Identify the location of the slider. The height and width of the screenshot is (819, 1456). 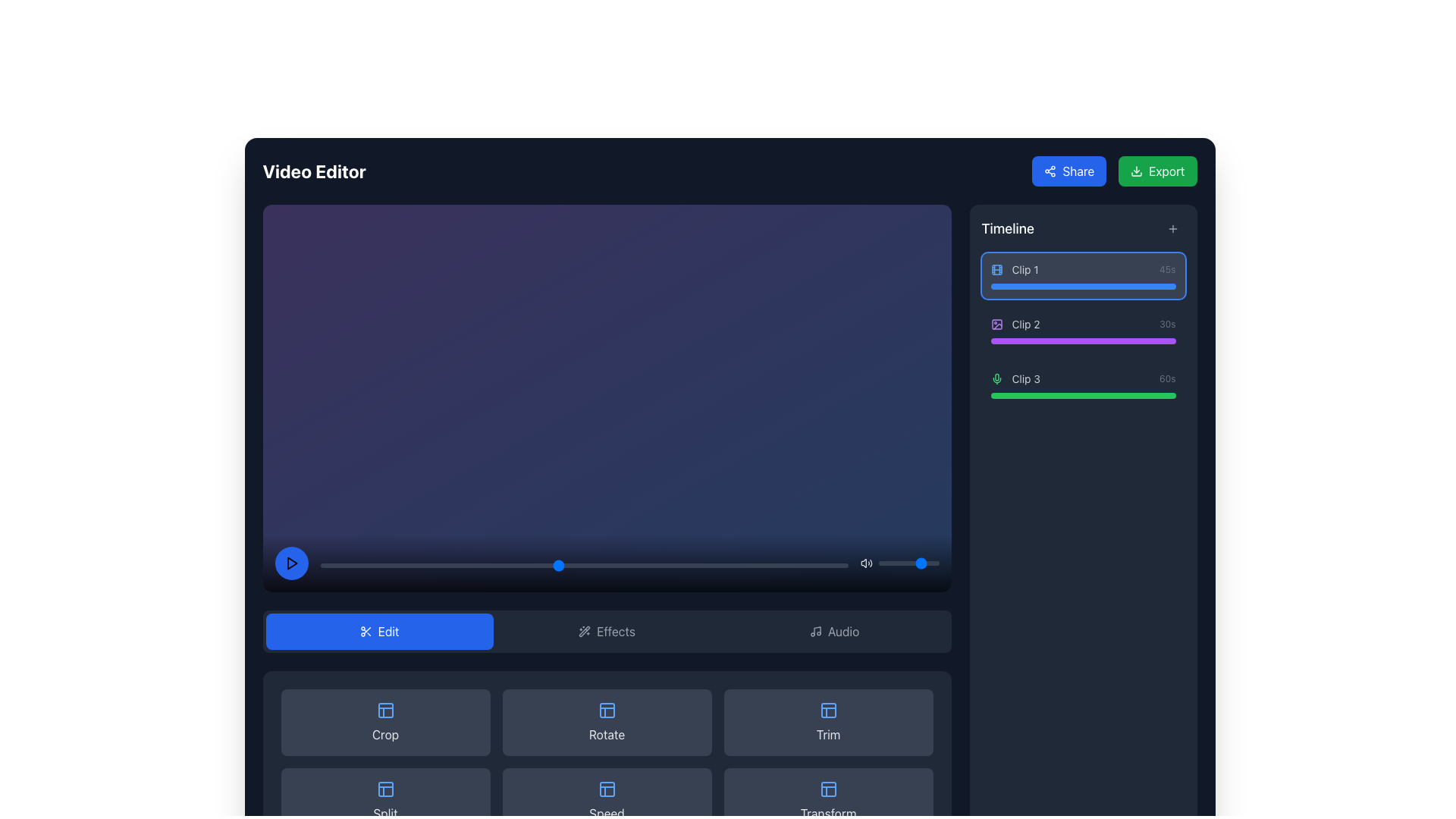
(910, 563).